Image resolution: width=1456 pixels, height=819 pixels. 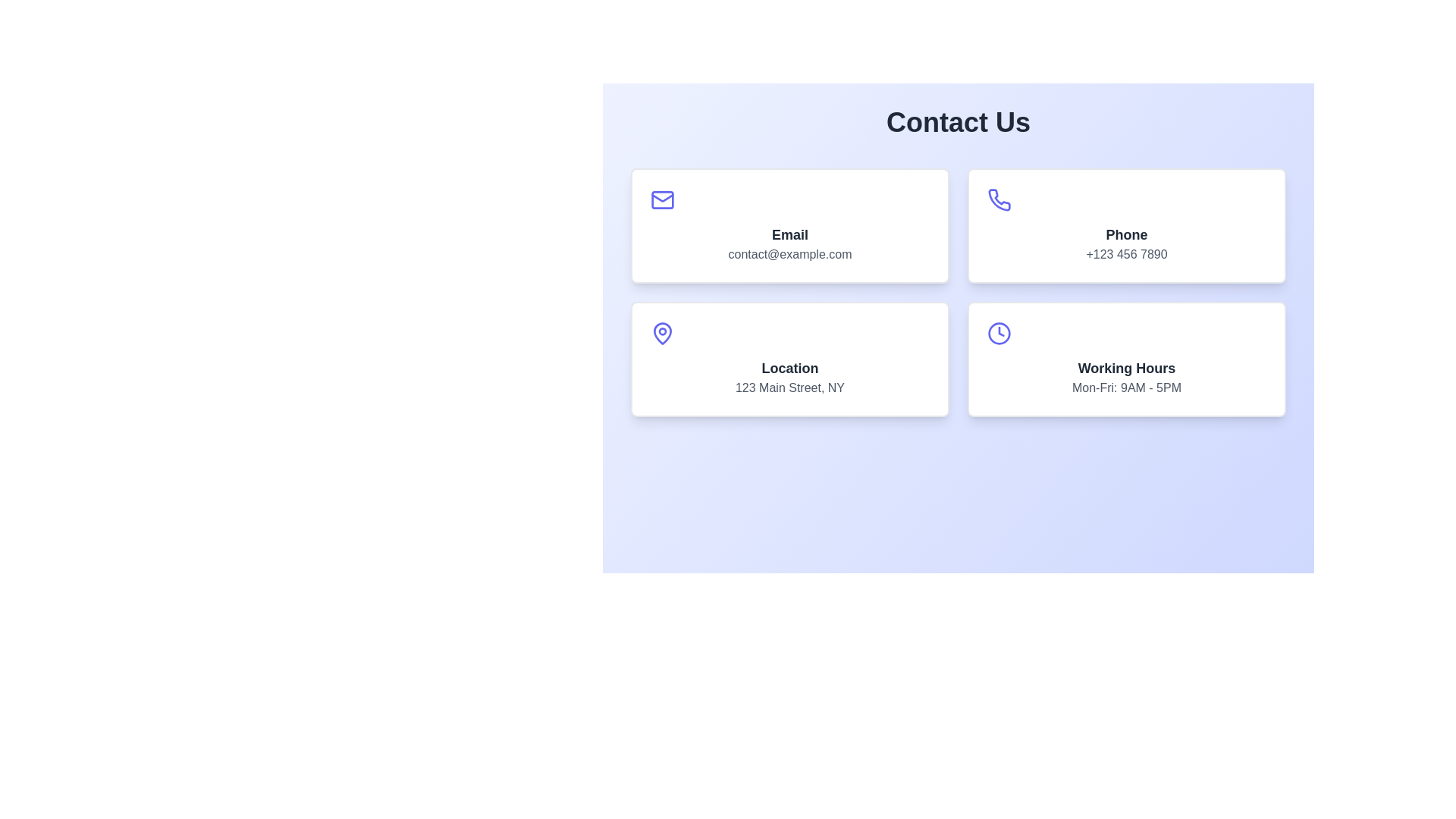 I want to click on the email communication icon located within the 'Email' card interface in the top-left quadrant, positioned above the text 'Email' and 'contact@example.com', so click(x=662, y=199).